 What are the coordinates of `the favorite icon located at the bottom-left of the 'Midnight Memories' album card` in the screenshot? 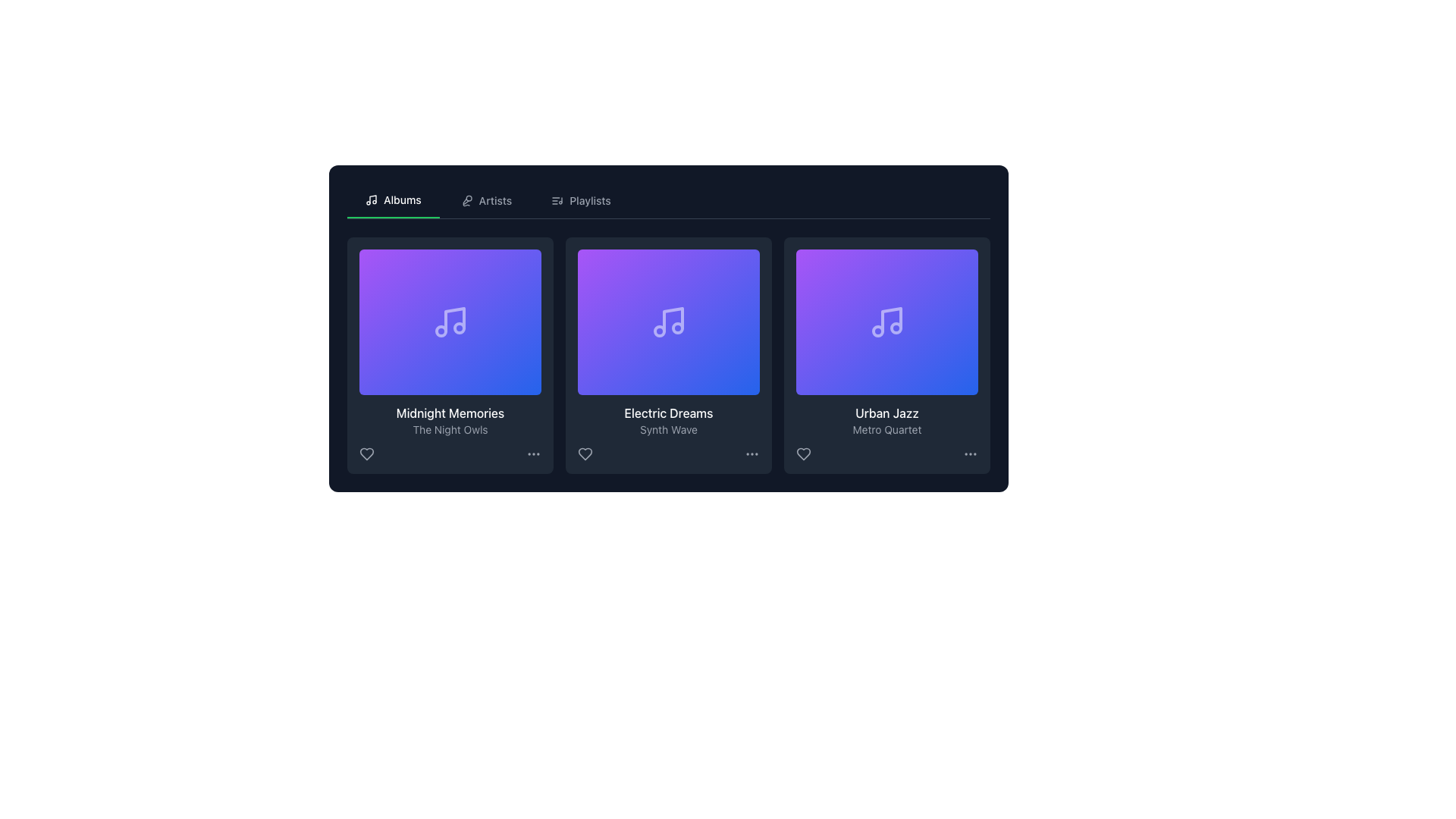 It's located at (367, 453).